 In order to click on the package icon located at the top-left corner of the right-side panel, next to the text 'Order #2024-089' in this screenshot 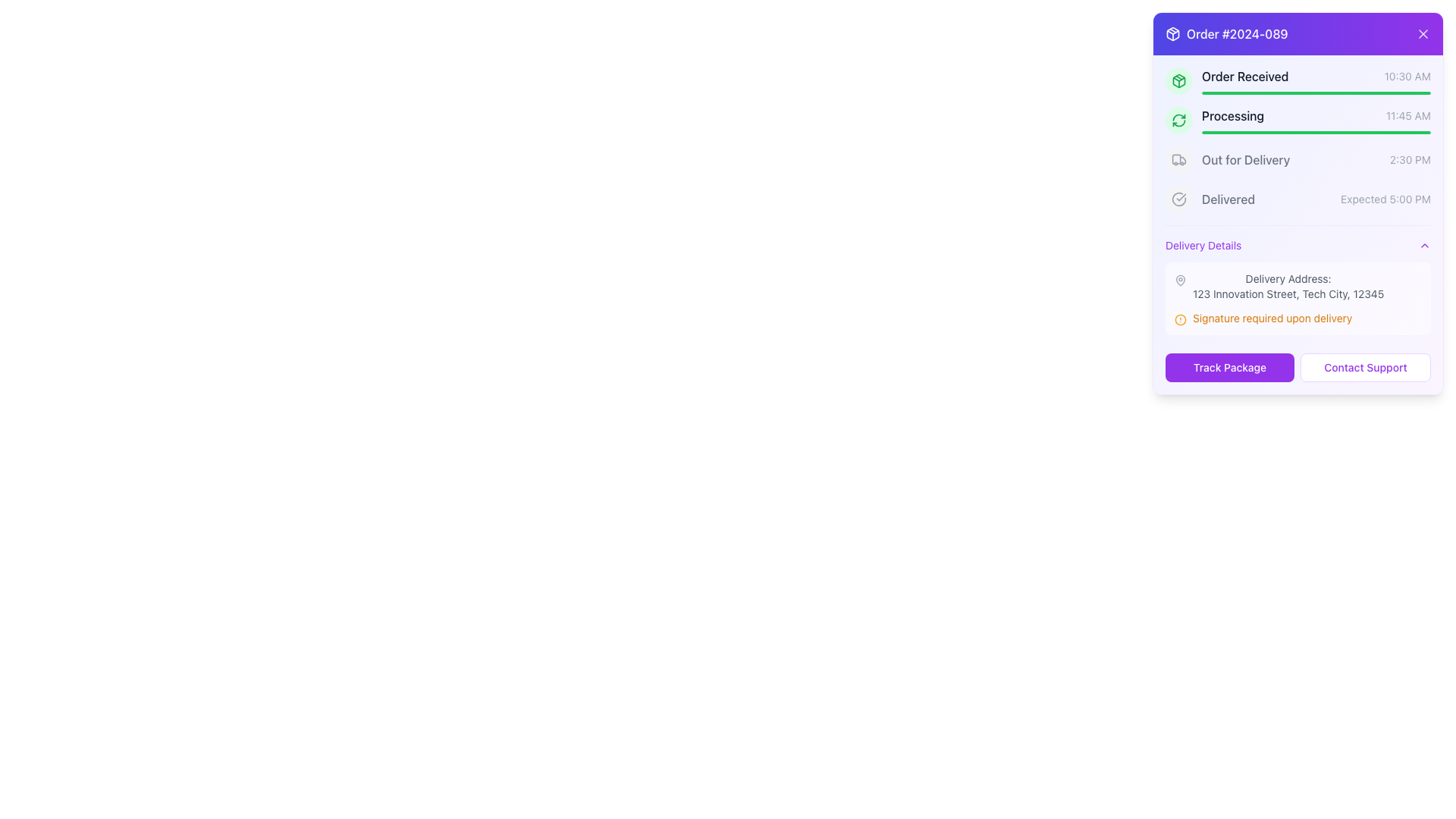, I will do `click(1178, 81)`.